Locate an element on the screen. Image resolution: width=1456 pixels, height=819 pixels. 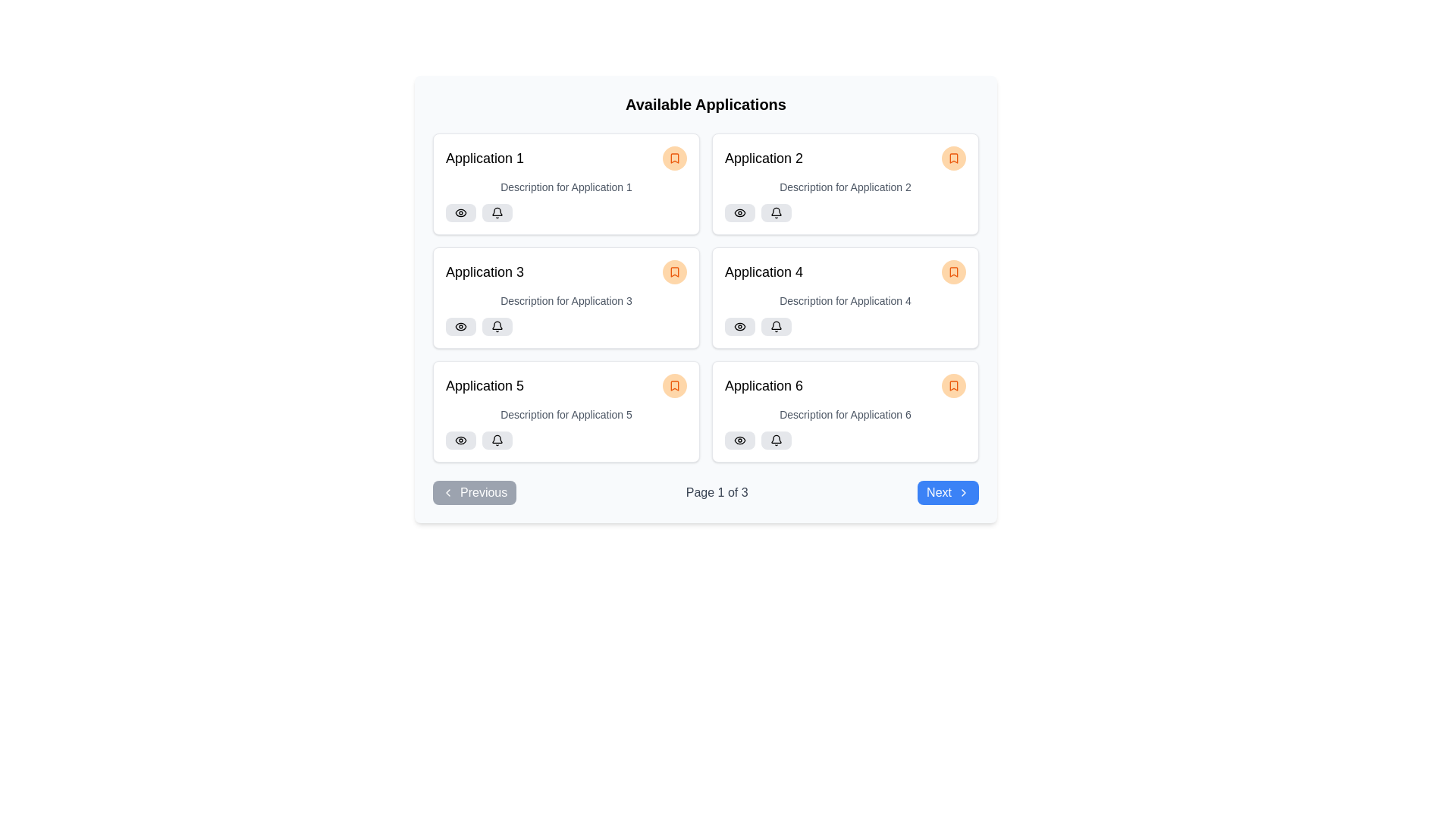
the text label displaying 'Description for Application 5', which is located under the title 'Application 5' within a rounded, shadowed white card in the bottom left section of the layout is located at coordinates (566, 415).